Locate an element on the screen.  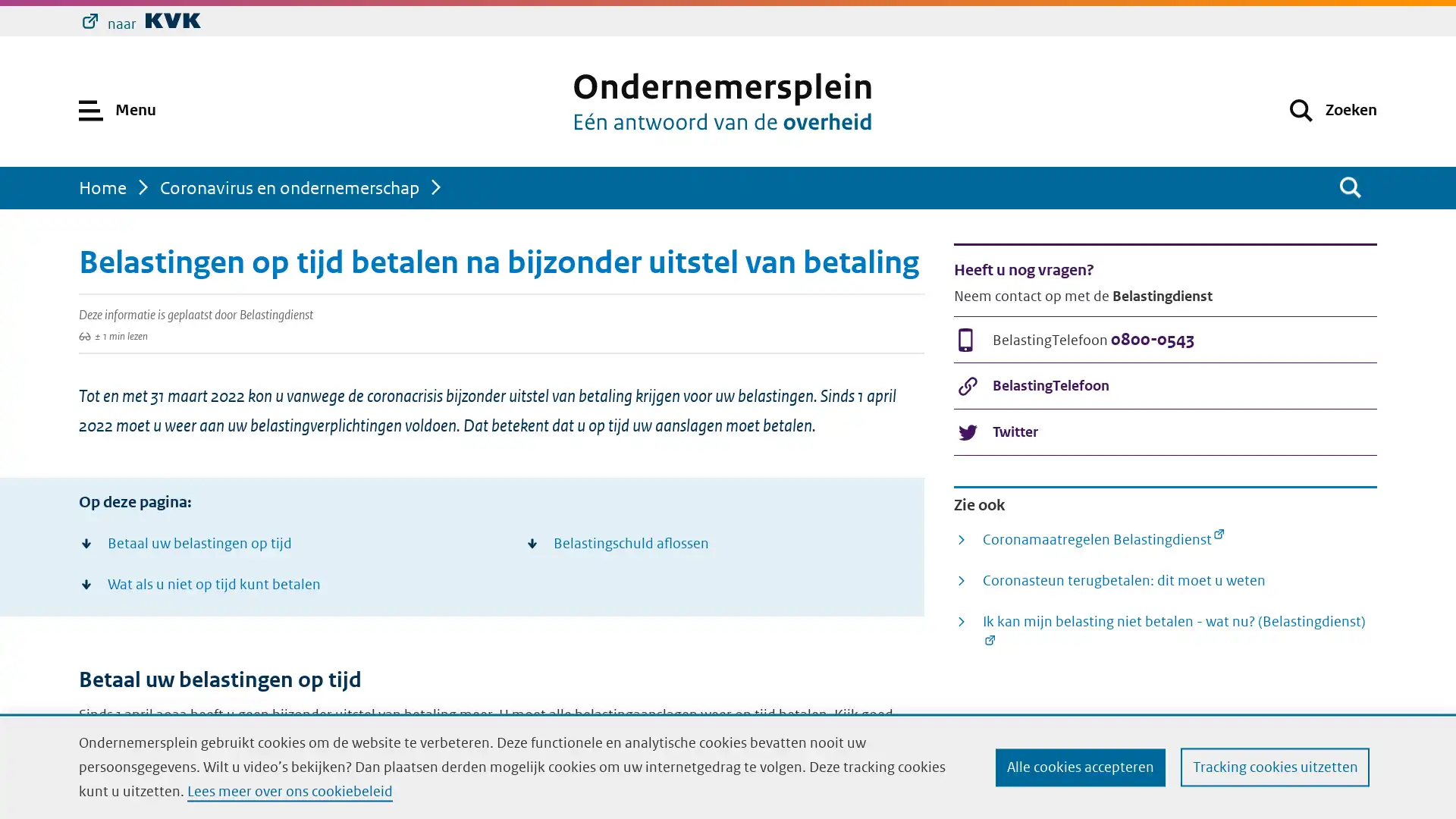
Tracking cookies uitzetten is located at coordinates (1274, 767).